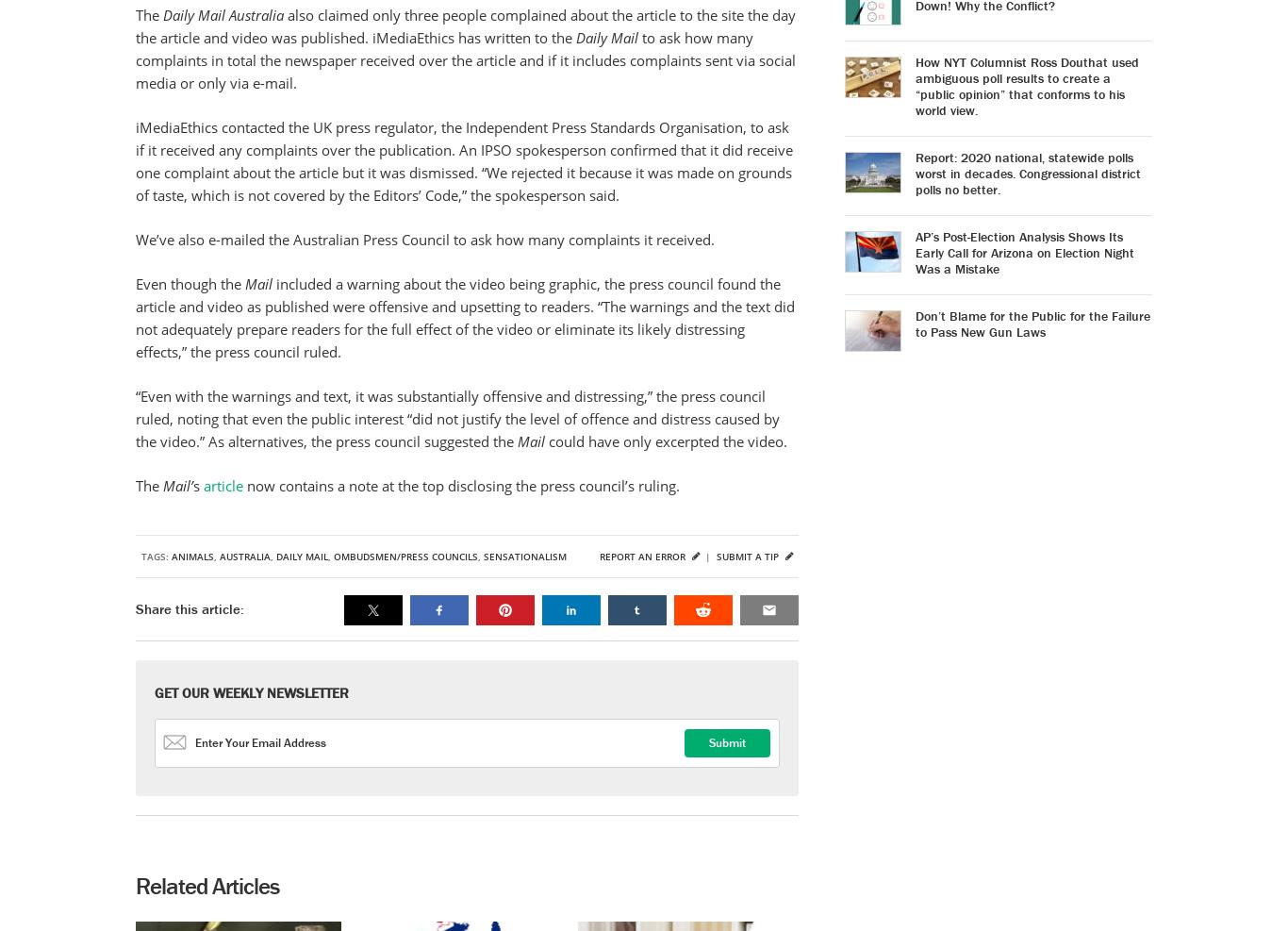 The height and width of the screenshot is (931, 1288). I want to click on 'Mail’', so click(177, 486).